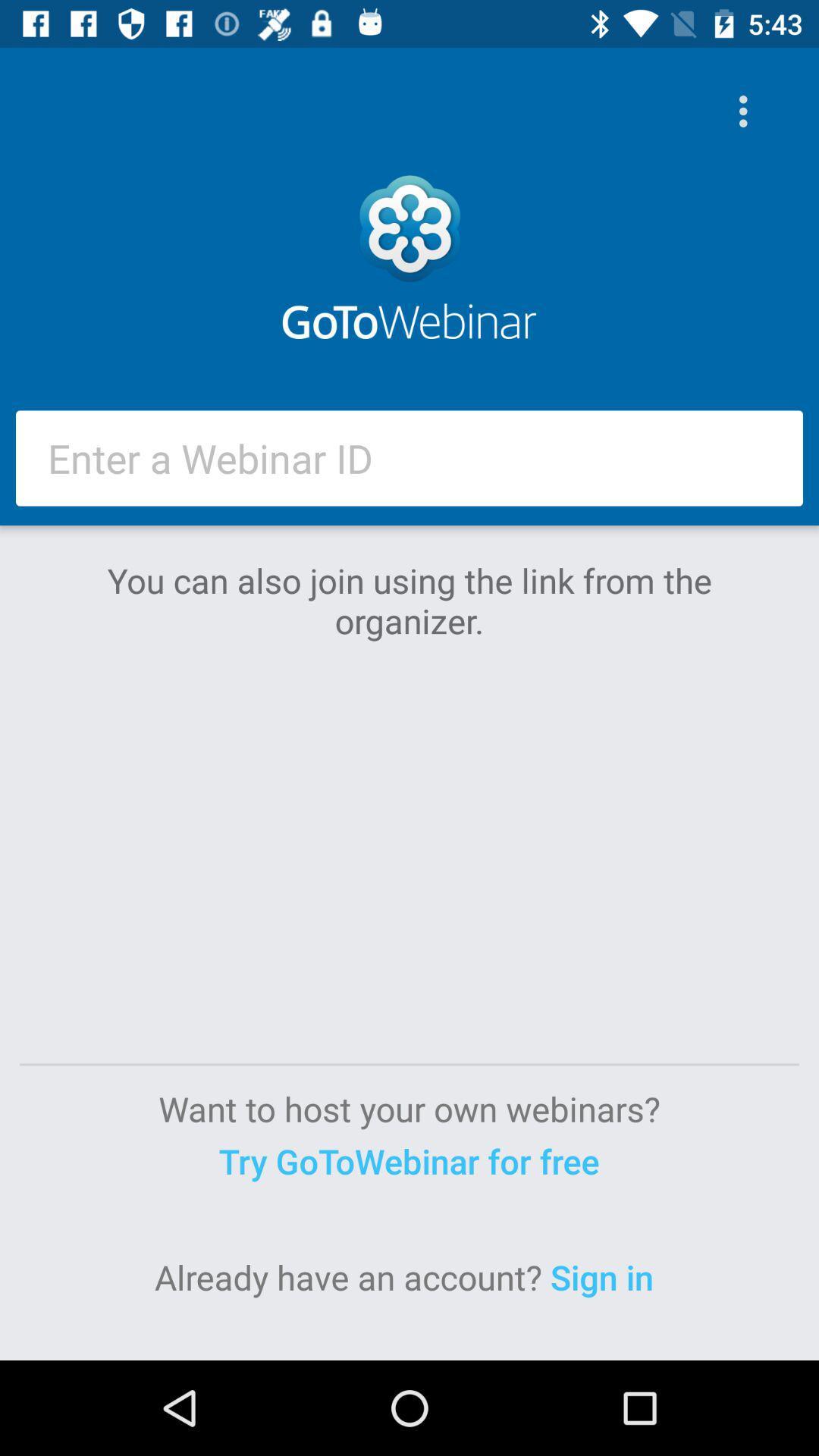 The image size is (819, 1456). Describe the element at coordinates (606, 1276) in the screenshot. I see `item below the try gotowebinar for icon` at that location.